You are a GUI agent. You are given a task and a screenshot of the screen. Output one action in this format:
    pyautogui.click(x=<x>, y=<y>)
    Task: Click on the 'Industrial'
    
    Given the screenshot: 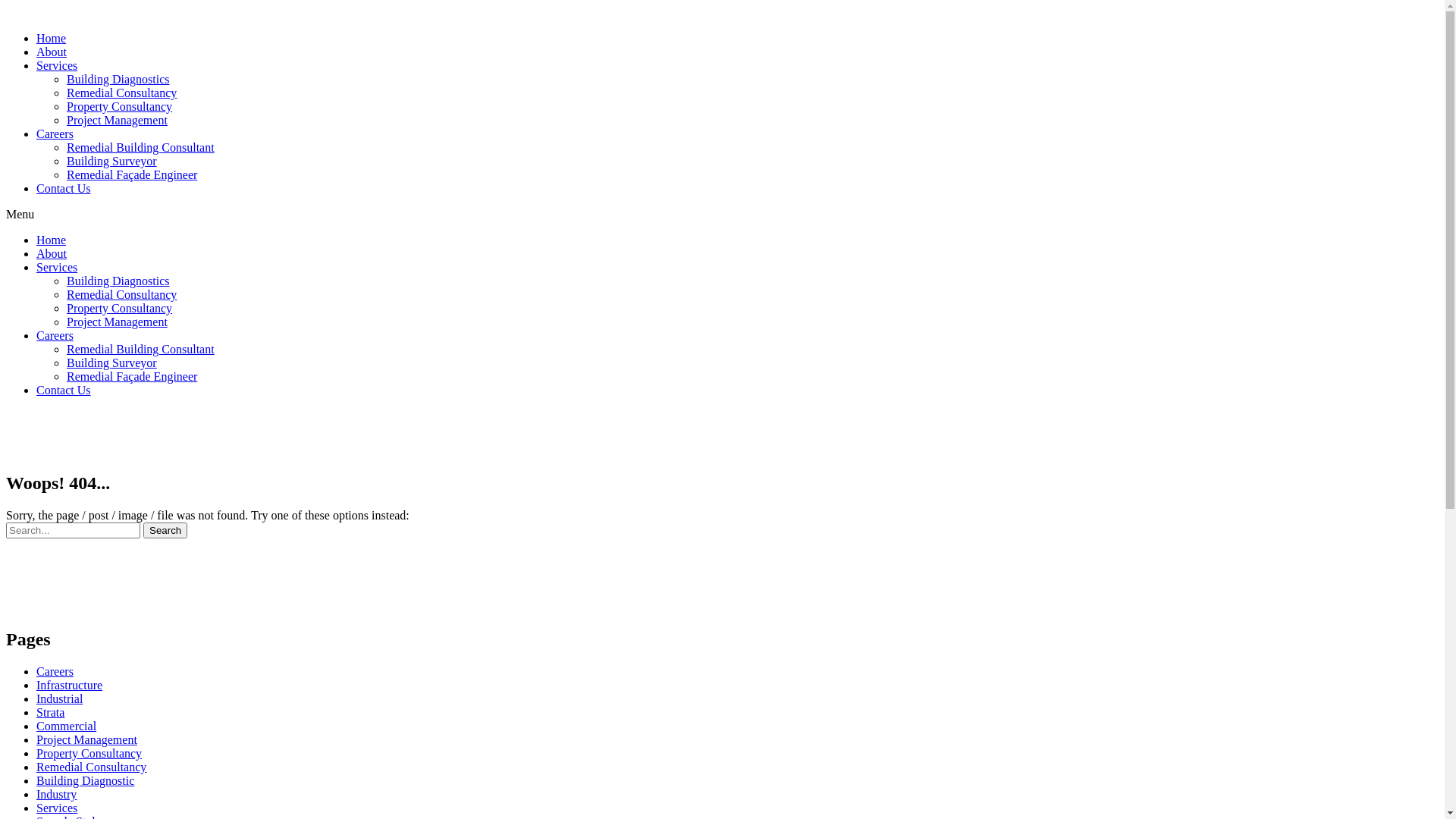 What is the action you would take?
    pyautogui.click(x=59, y=698)
    